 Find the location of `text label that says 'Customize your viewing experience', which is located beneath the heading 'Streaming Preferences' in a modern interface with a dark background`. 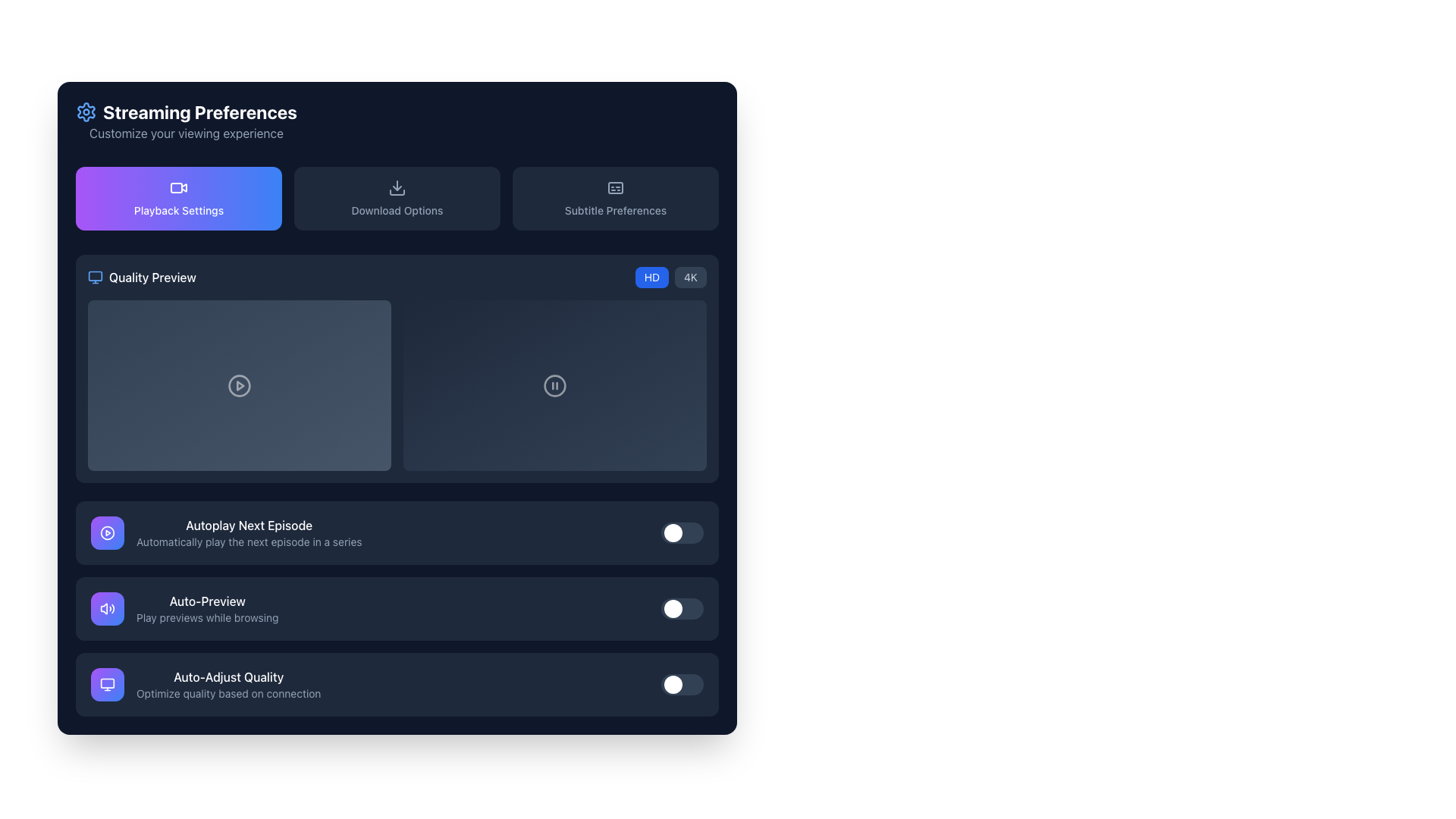

text label that says 'Customize your viewing experience', which is located beneath the heading 'Streaming Preferences' in a modern interface with a dark background is located at coordinates (185, 133).